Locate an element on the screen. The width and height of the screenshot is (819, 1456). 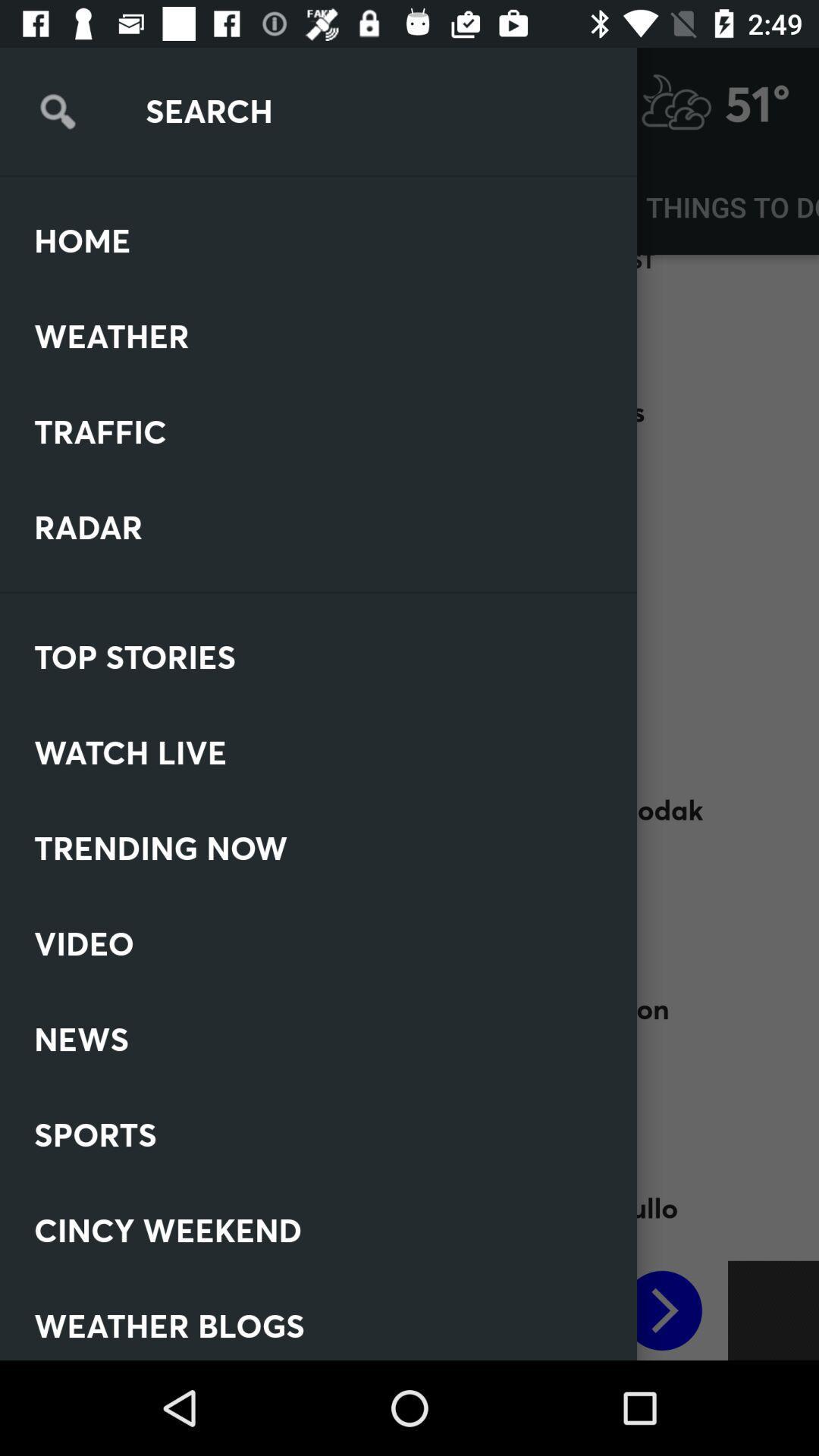
the text below home is located at coordinates (151, 300).